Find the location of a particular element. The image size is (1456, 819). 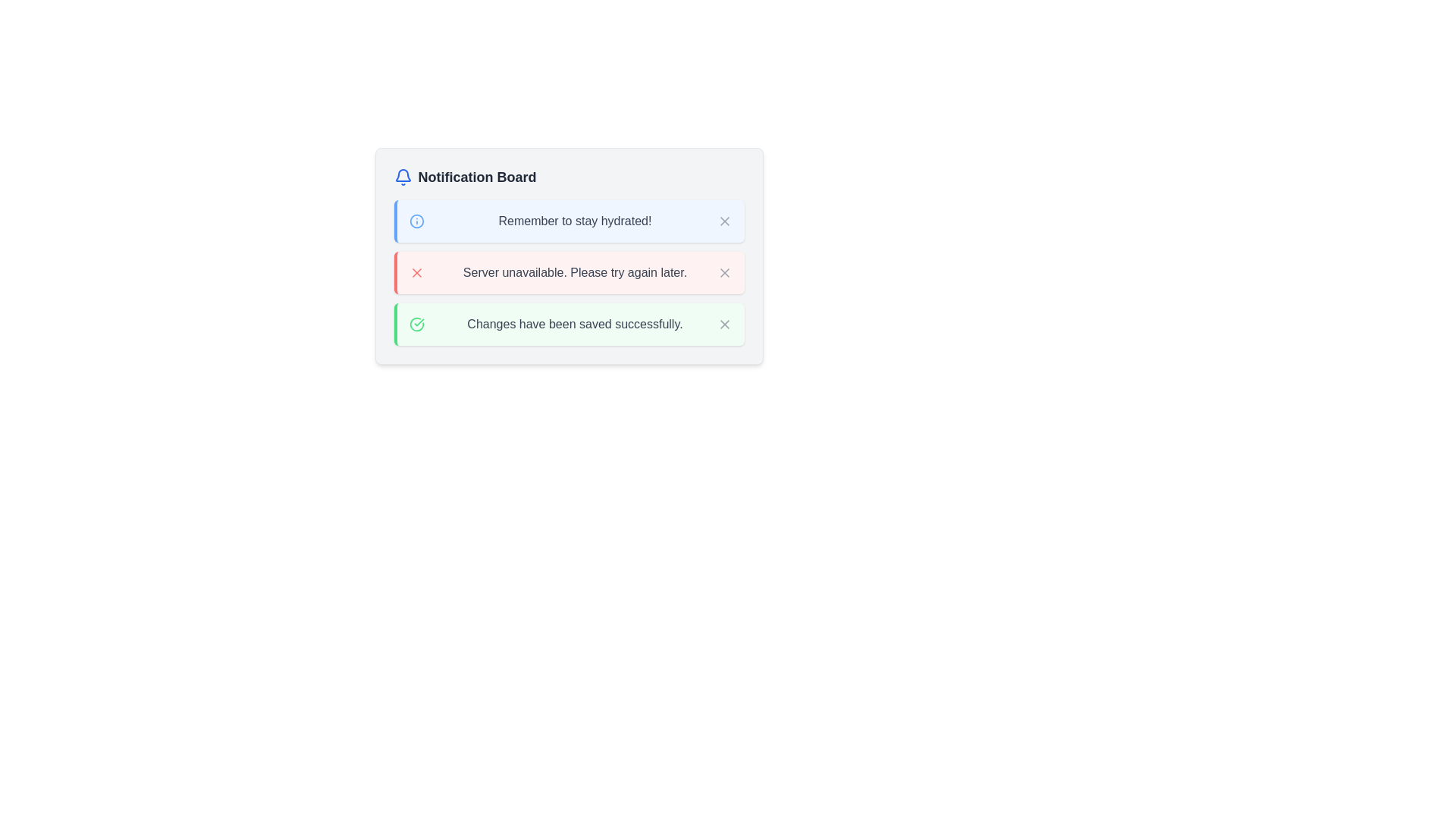

success message from the notification box that has a green left border and contains the text 'Changes have been saved successfully.' is located at coordinates (568, 324).